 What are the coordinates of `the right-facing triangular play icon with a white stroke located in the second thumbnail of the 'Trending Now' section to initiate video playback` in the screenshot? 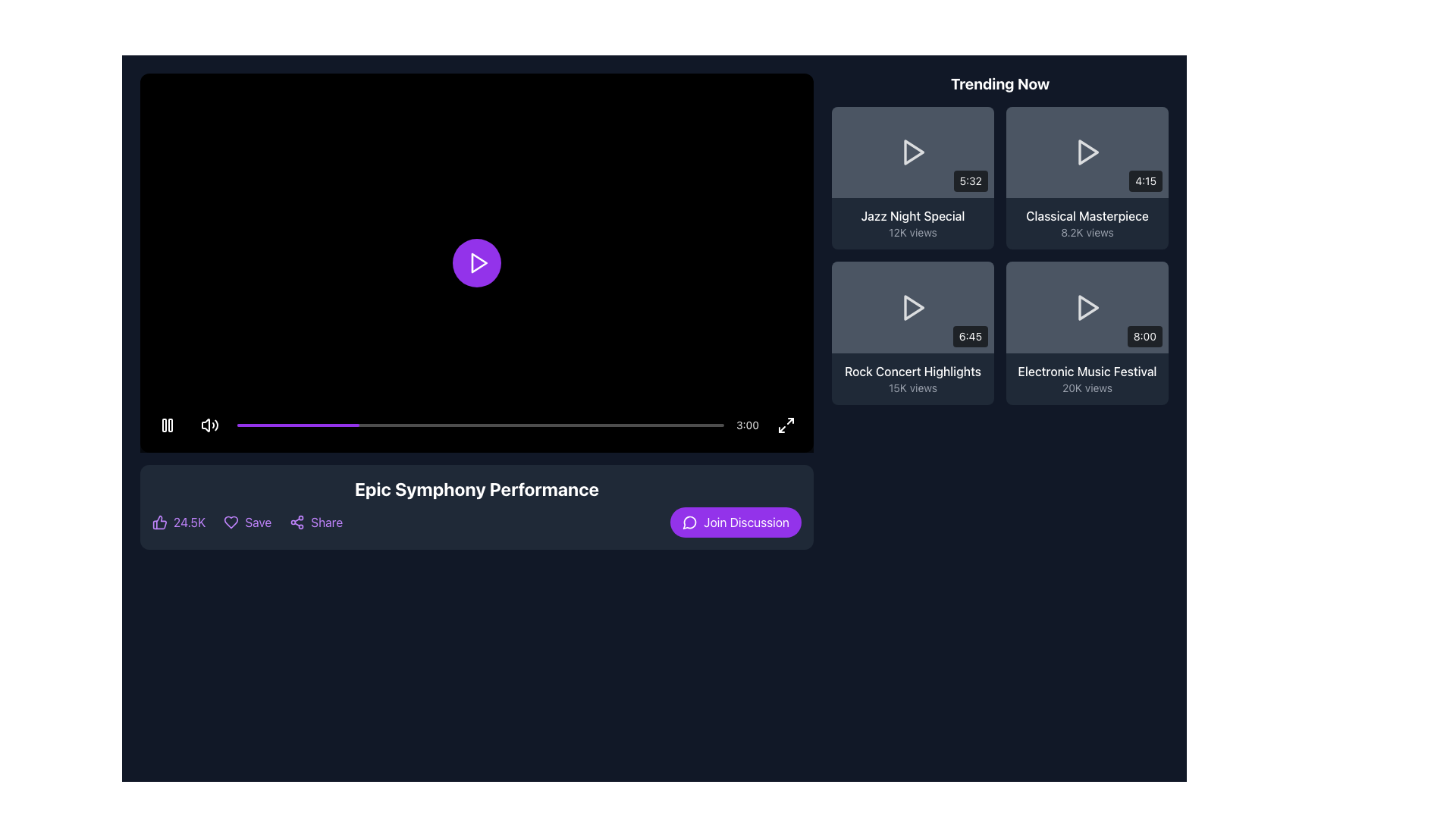 It's located at (1087, 152).